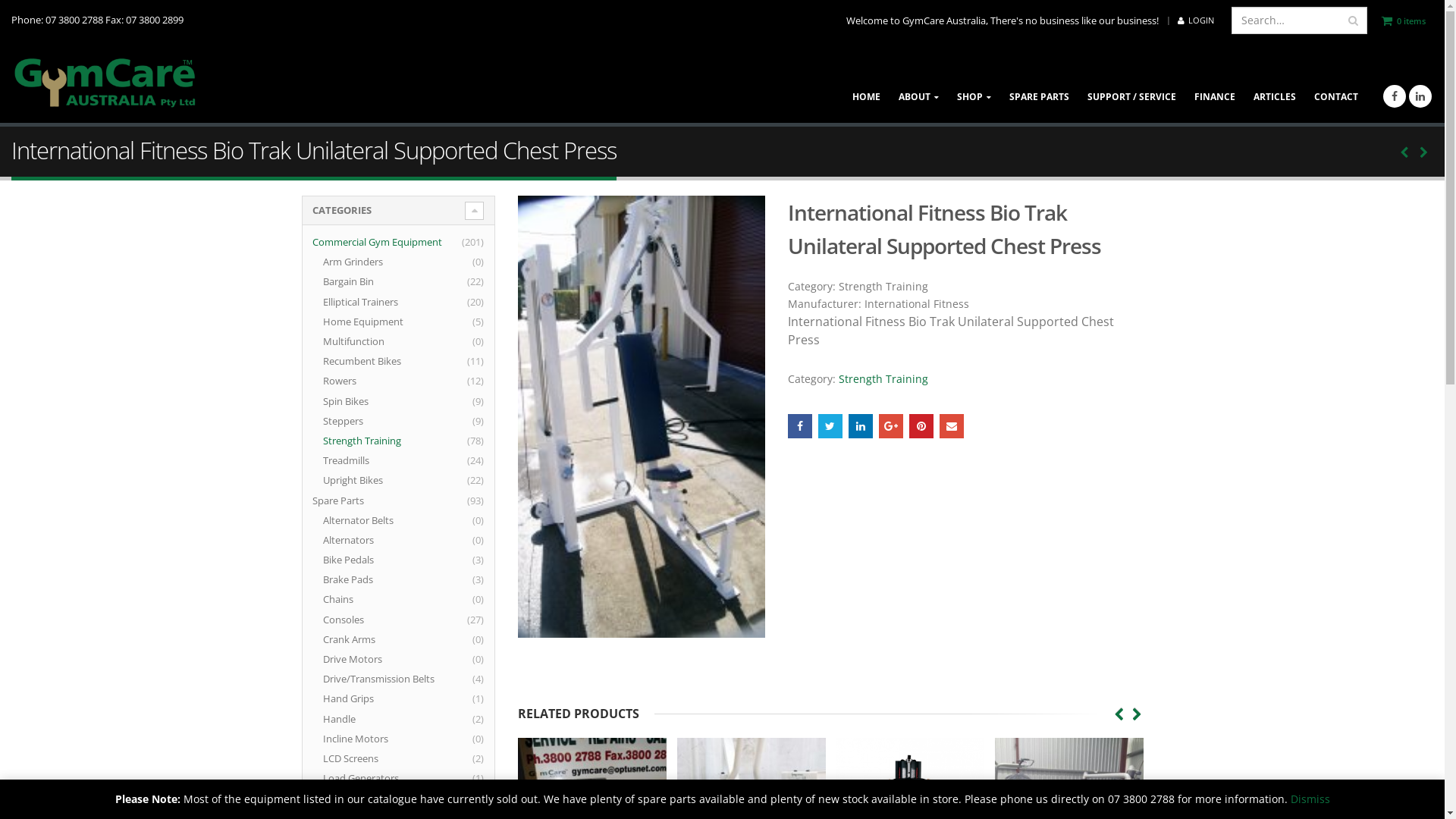 Image resolution: width=1456 pixels, height=819 pixels. I want to click on 'Pinterest', so click(920, 426).